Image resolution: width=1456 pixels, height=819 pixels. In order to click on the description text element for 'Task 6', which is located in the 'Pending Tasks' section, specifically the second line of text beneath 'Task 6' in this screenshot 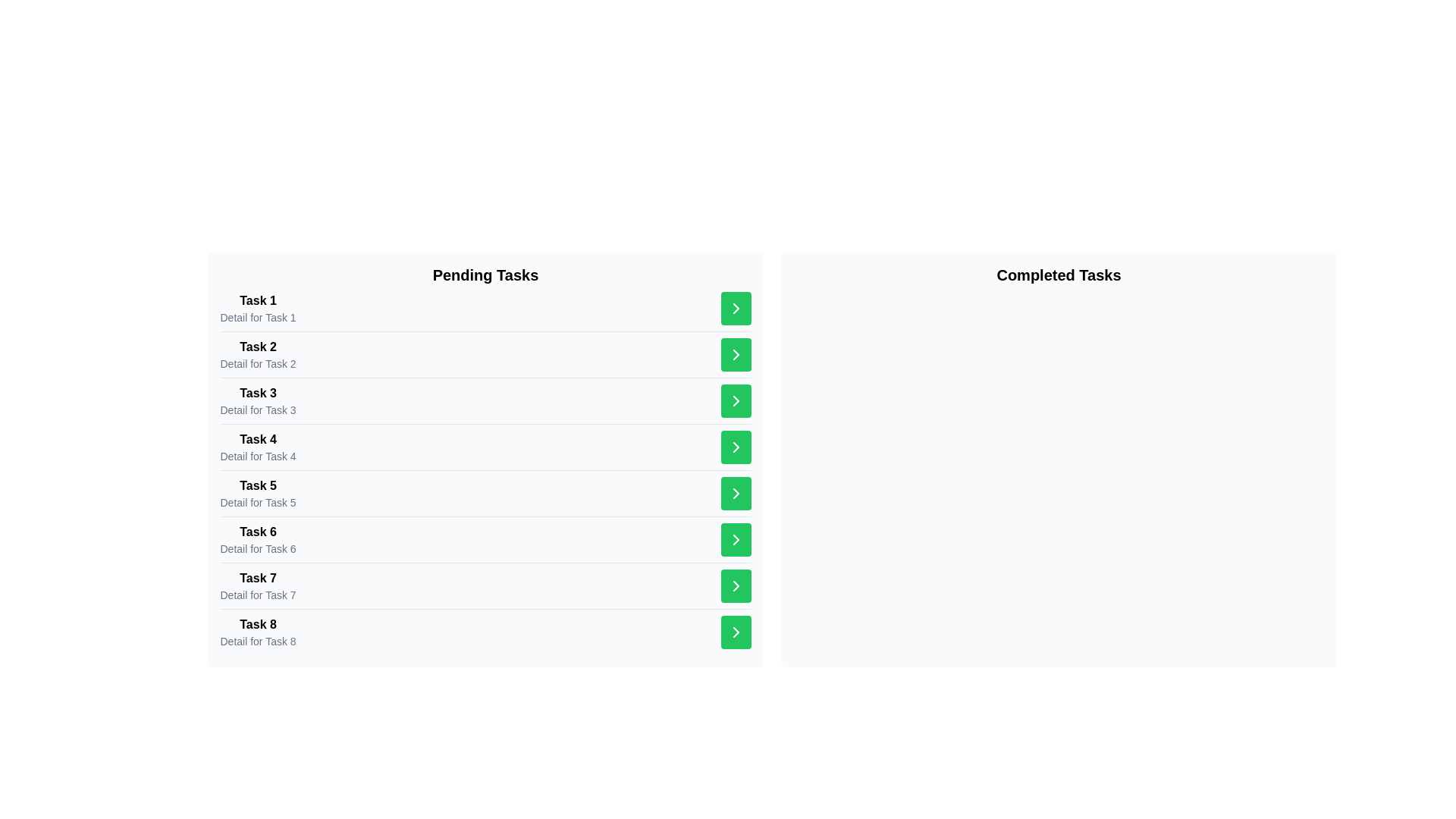, I will do `click(258, 549)`.